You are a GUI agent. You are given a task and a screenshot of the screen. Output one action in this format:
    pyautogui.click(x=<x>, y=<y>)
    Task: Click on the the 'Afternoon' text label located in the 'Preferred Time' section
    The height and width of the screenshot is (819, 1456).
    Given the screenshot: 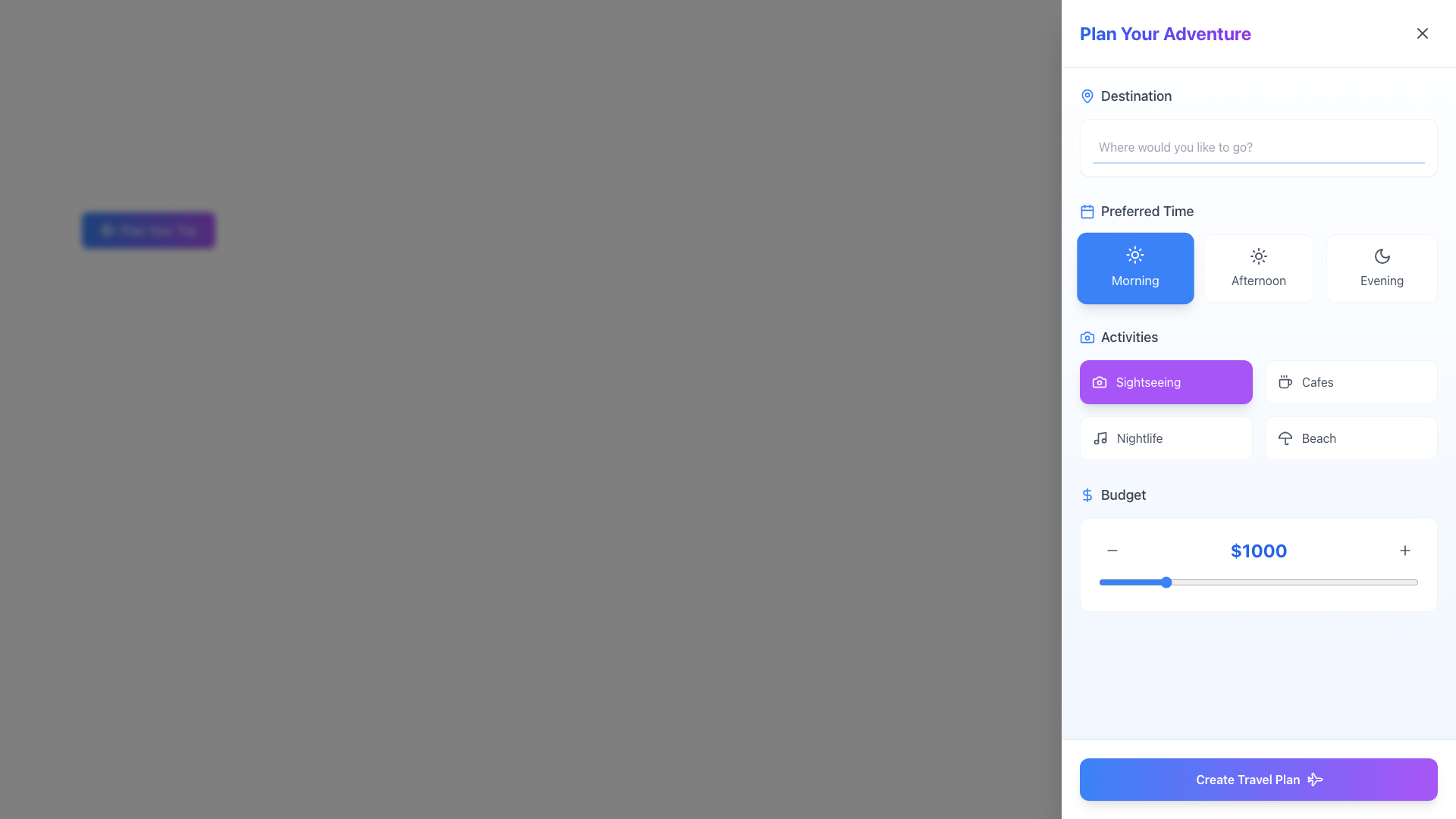 What is the action you would take?
    pyautogui.click(x=1259, y=281)
    